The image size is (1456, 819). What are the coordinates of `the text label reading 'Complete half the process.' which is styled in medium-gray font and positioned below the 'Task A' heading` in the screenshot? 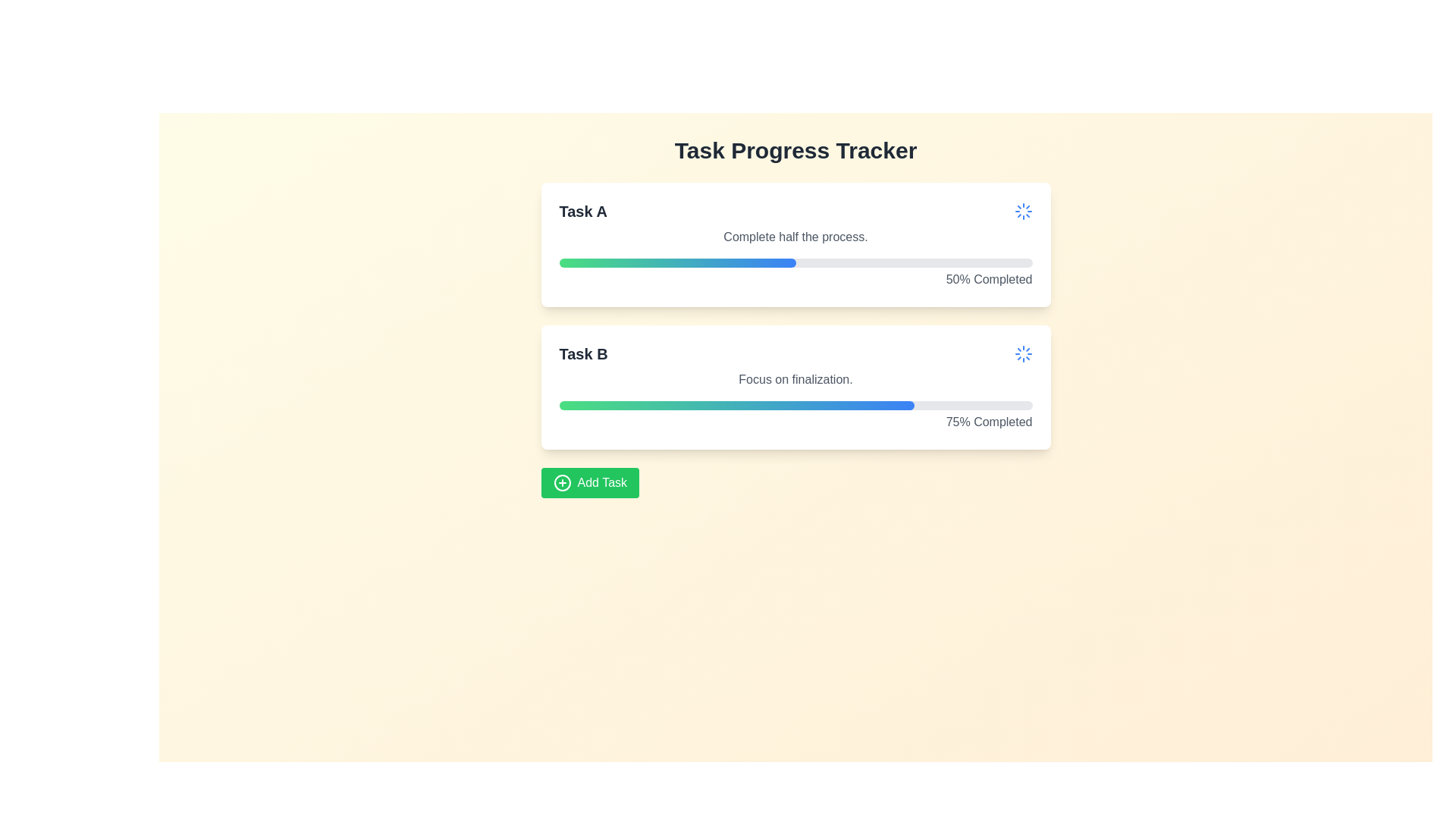 It's located at (795, 237).